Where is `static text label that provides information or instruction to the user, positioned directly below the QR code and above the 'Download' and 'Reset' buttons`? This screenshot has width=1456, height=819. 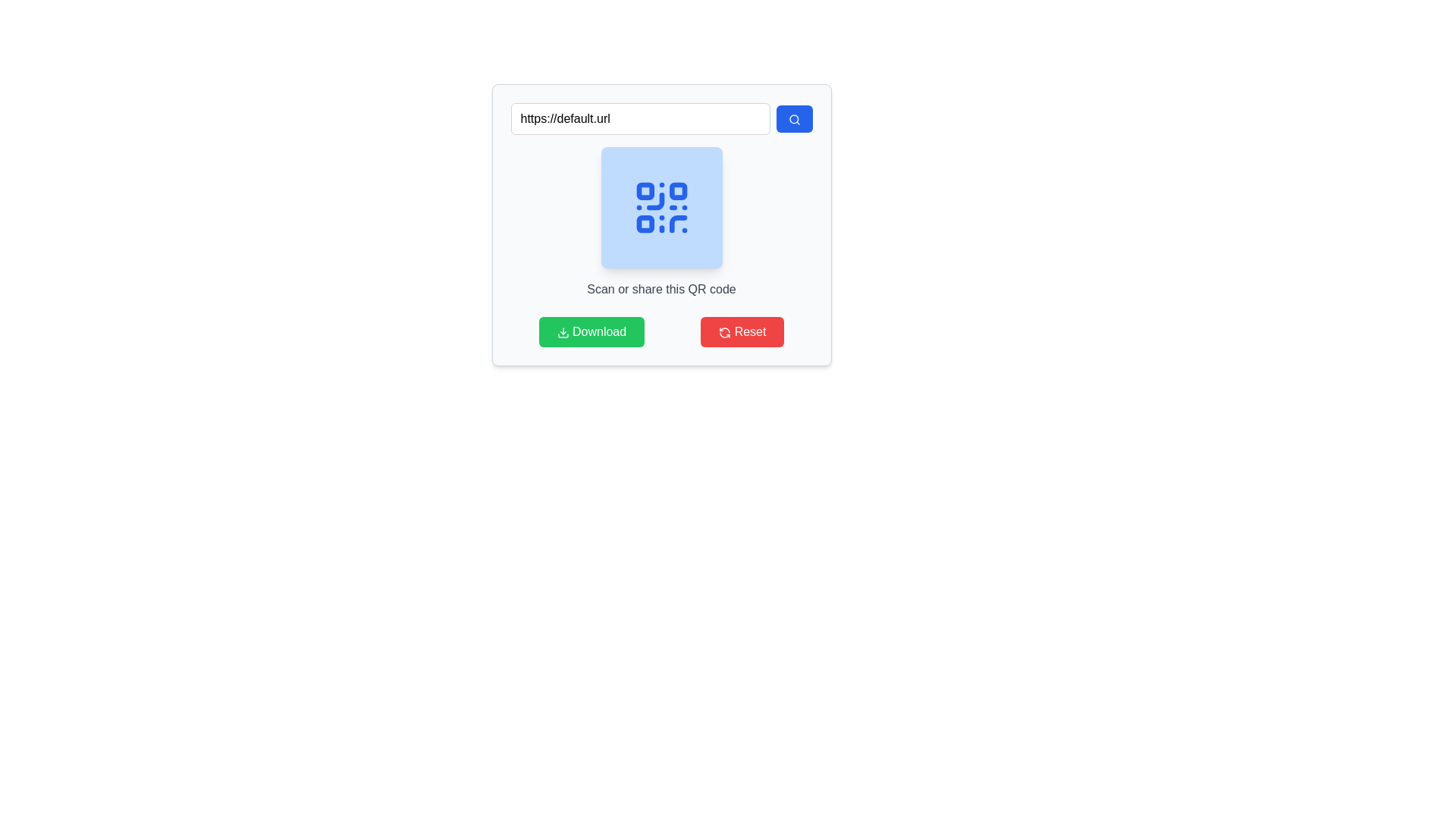
static text label that provides information or instruction to the user, positioned directly below the QR code and above the 'Download' and 'Reset' buttons is located at coordinates (661, 289).